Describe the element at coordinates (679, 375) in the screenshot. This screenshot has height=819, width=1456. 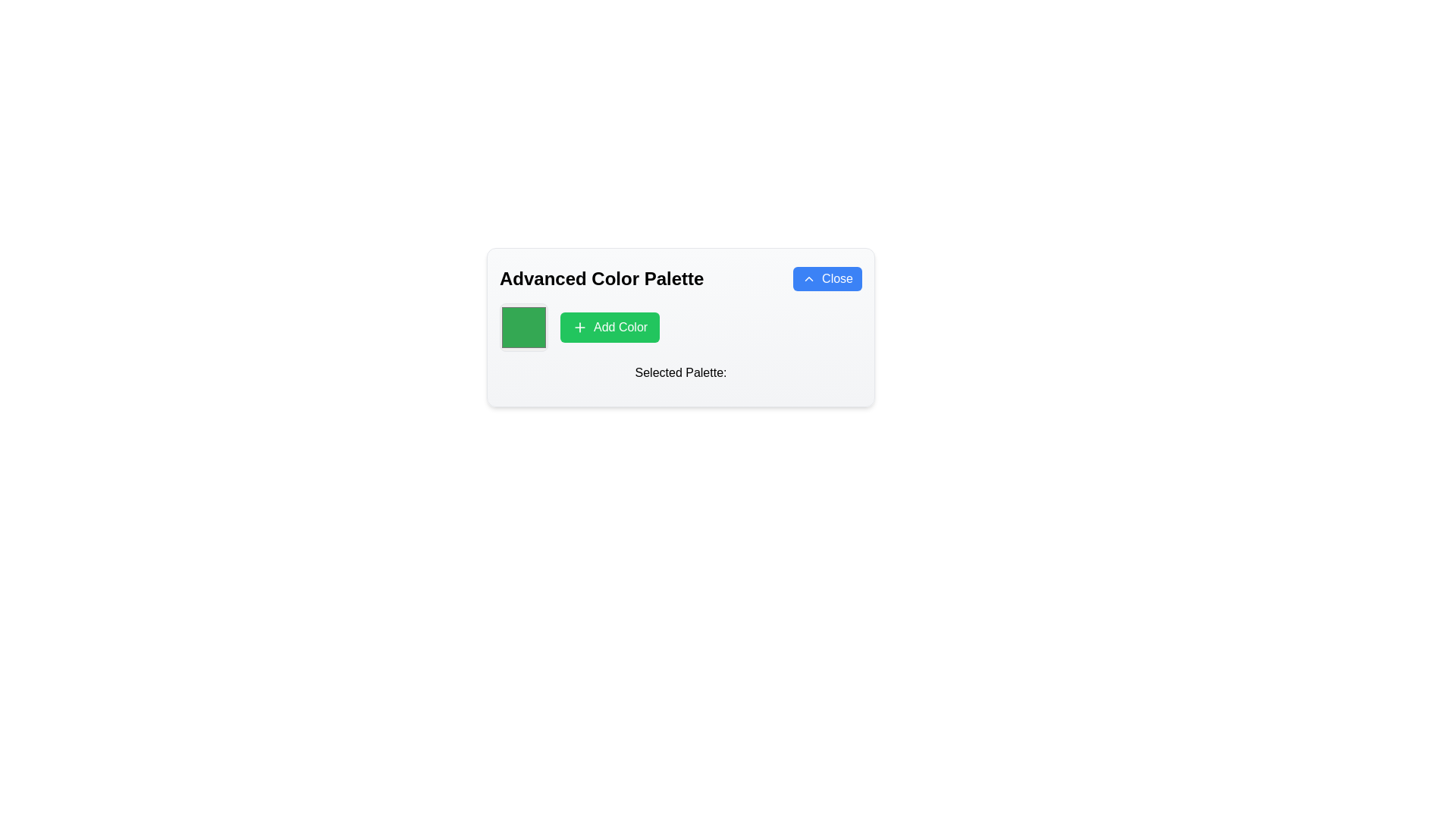
I see `the Text Label that describes the section for selected colors, located below the 'Add Color' button and color swatch` at that location.